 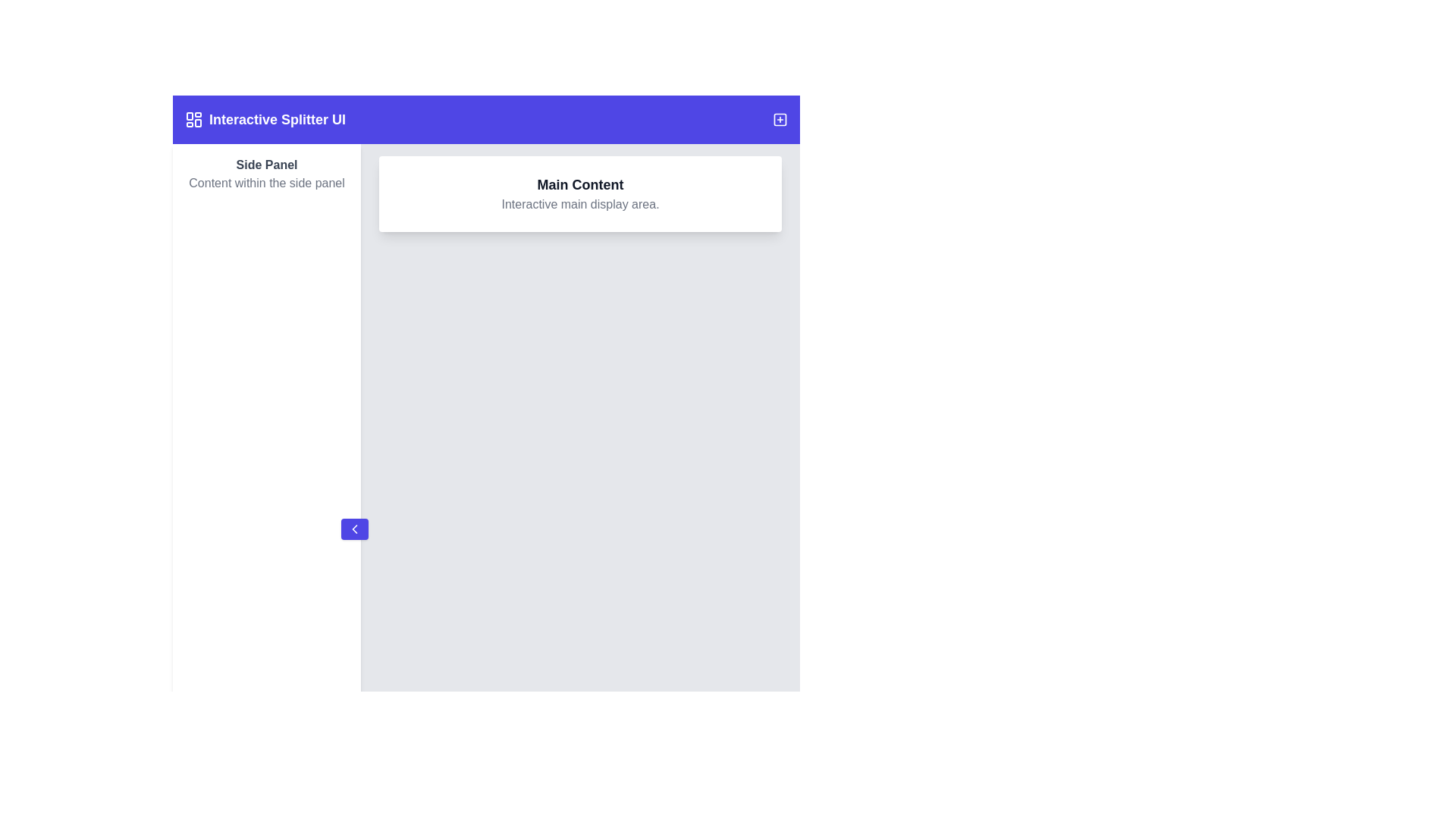 What do you see at coordinates (579, 205) in the screenshot?
I see `the text label 'Interactive main display area' which is displayed in light gray font and positioned directly beneath the bolder 'Main Content' text` at bounding box center [579, 205].